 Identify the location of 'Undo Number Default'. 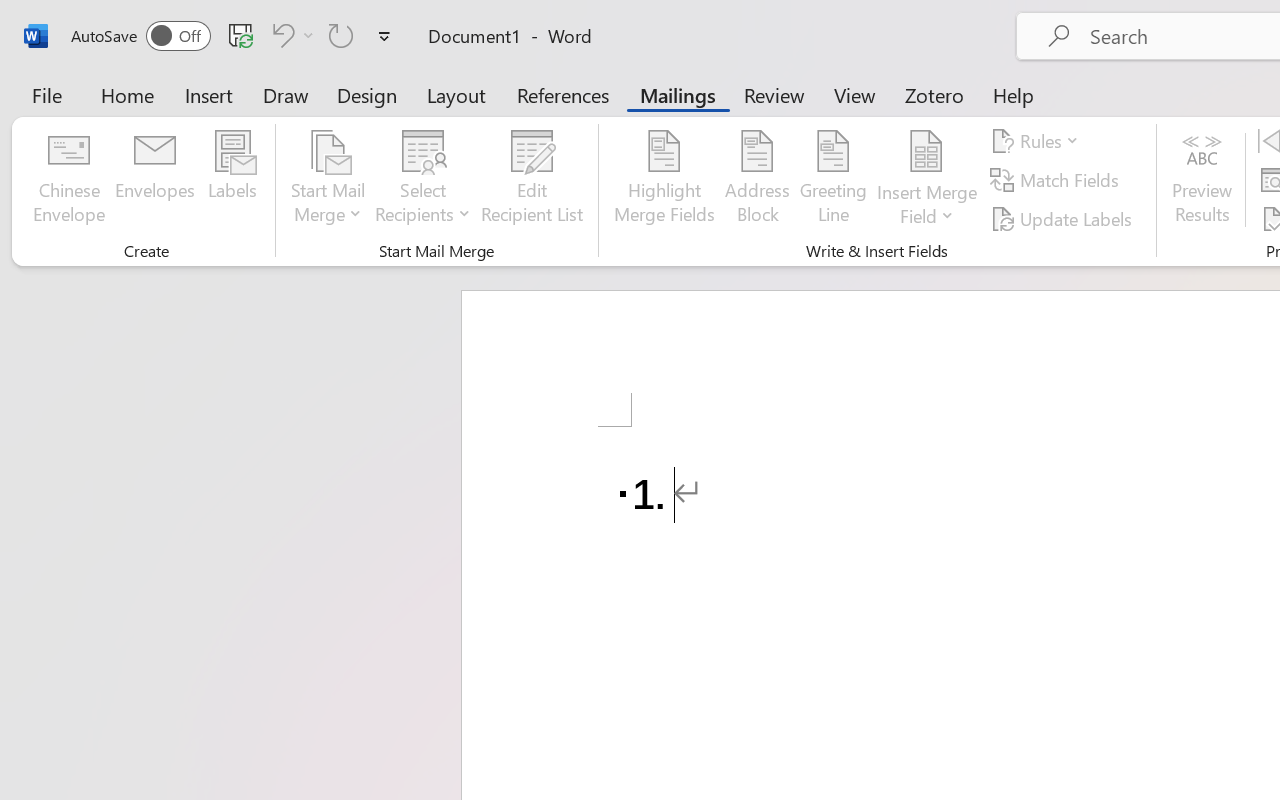
(279, 34).